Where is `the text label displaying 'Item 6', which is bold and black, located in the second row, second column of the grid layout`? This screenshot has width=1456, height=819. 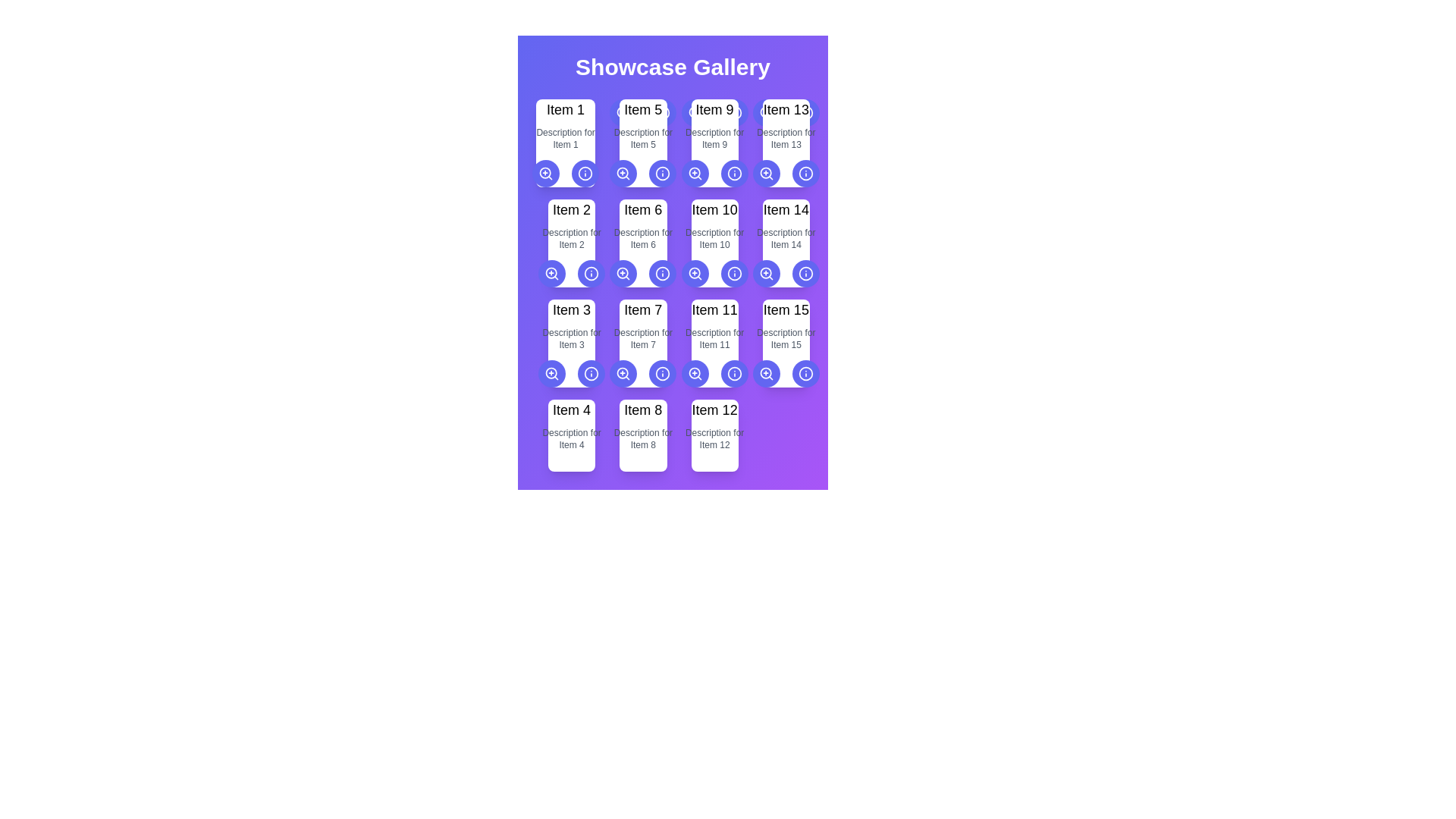 the text label displaying 'Item 6', which is bold and black, located in the second row, second column of the grid layout is located at coordinates (643, 210).